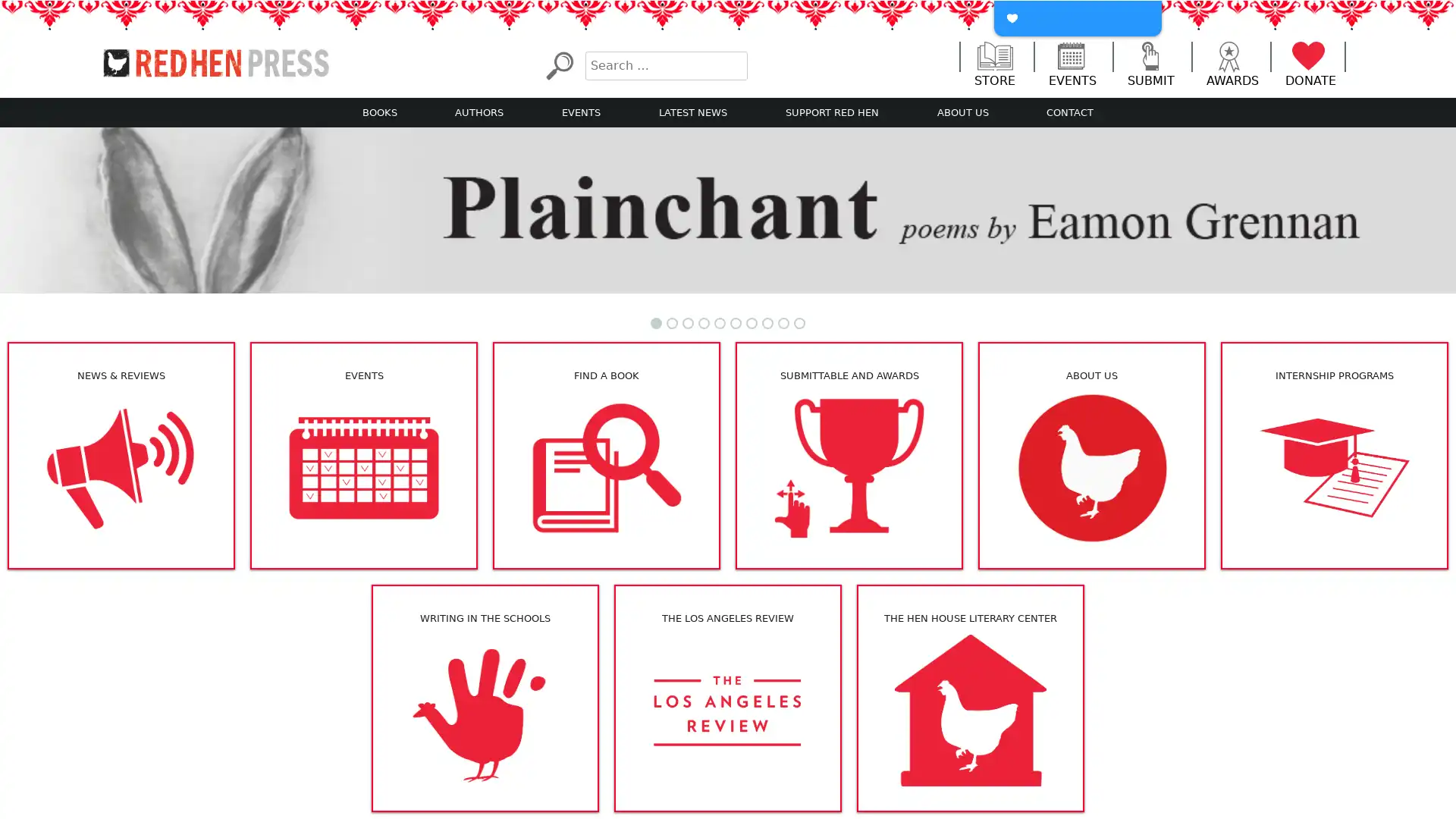  Describe the element at coordinates (558, 64) in the screenshot. I see `search icon` at that location.